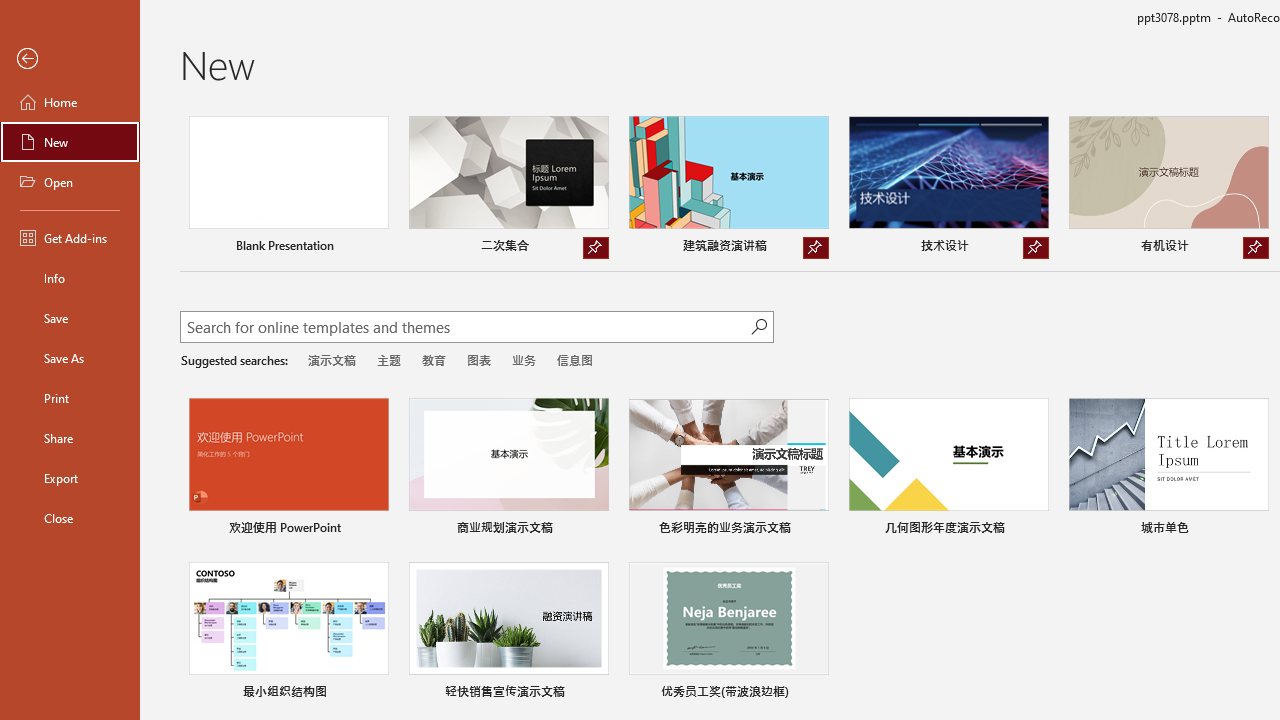 The height and width of the screenshot is (720, 1280). What do you see at coordinates (758, 325) in the screenshot?
I see `'Start searching'` at bounding box center [758, 325].